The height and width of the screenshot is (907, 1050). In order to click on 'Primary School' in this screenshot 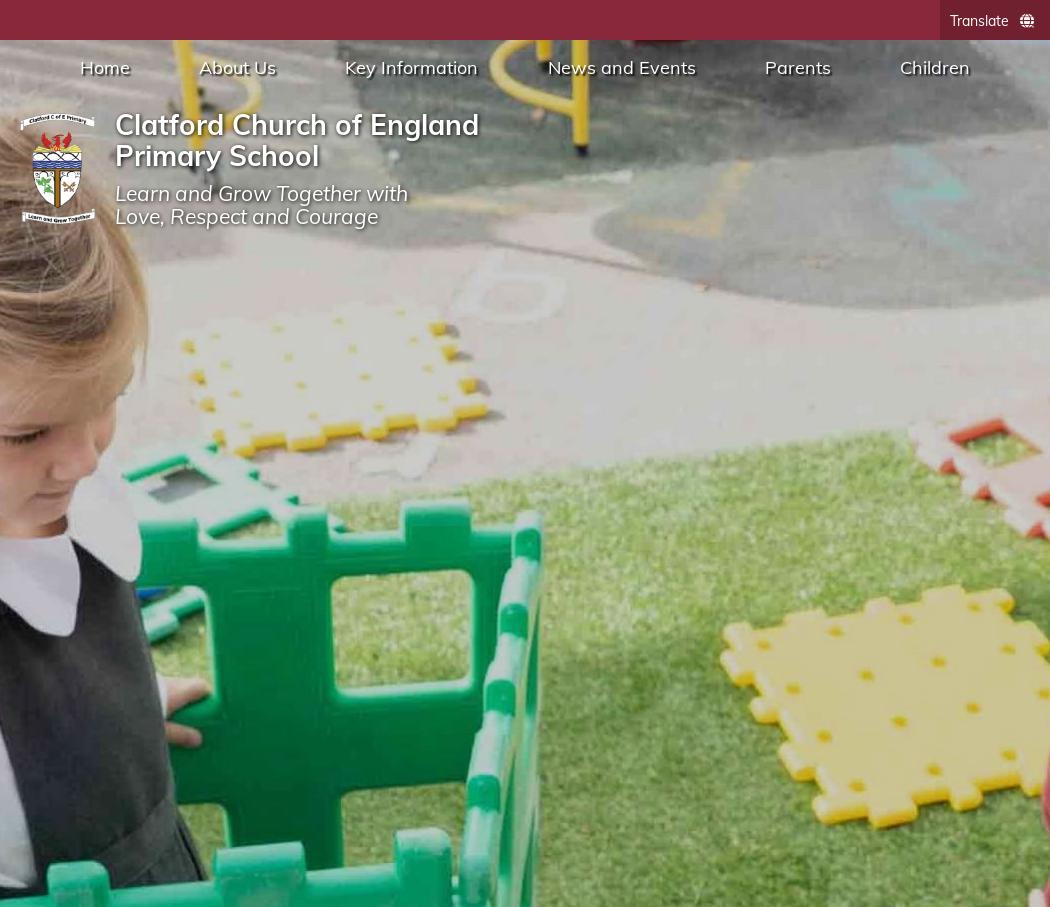, I will do `click(216, 154)`.